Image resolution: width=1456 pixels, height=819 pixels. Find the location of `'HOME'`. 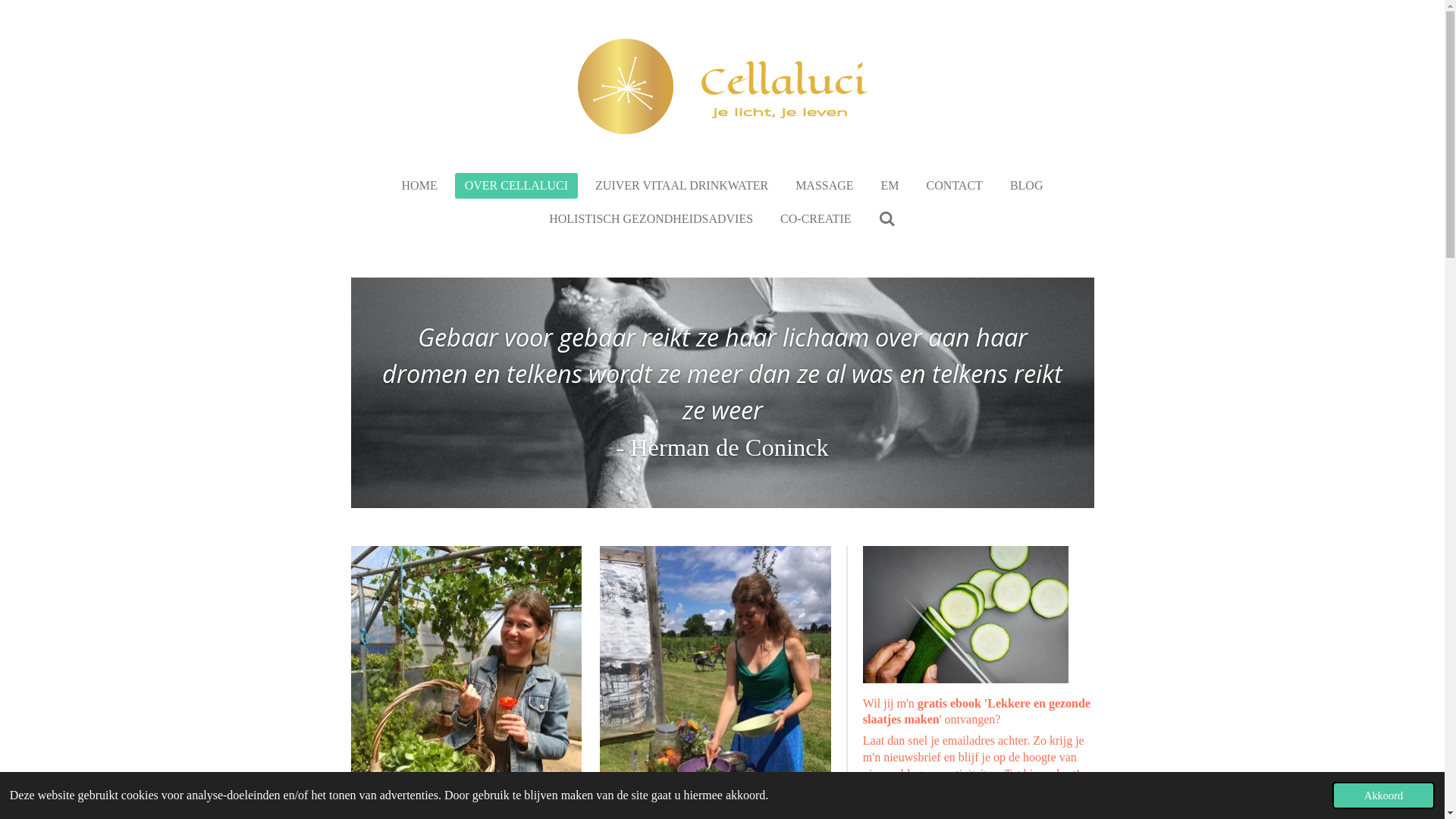

'HOME' is located at coordinates (419, 185).